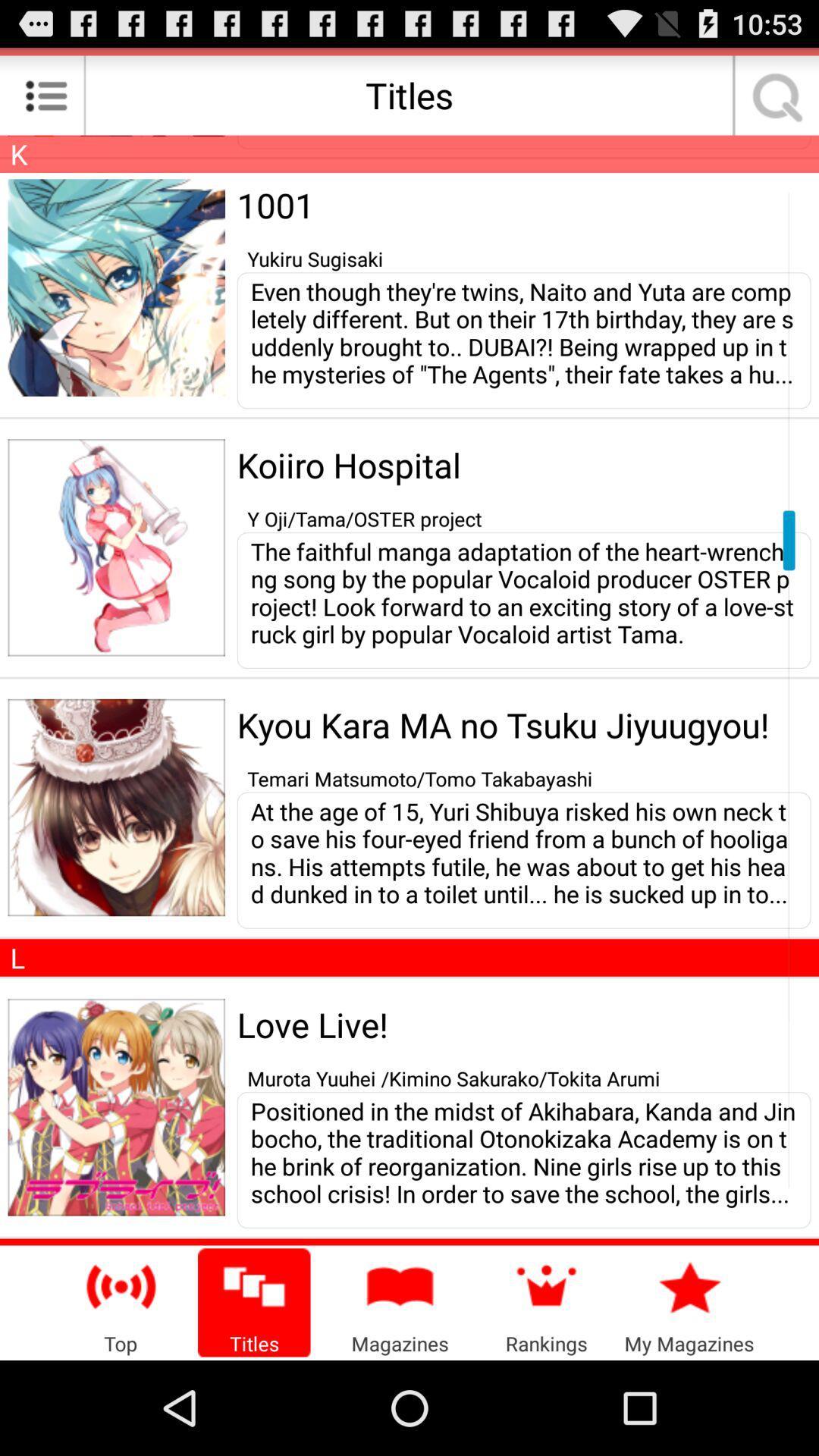 The width and height of the screenshot is (819, 1456). I want to click on the list icon, so click(45, 101).